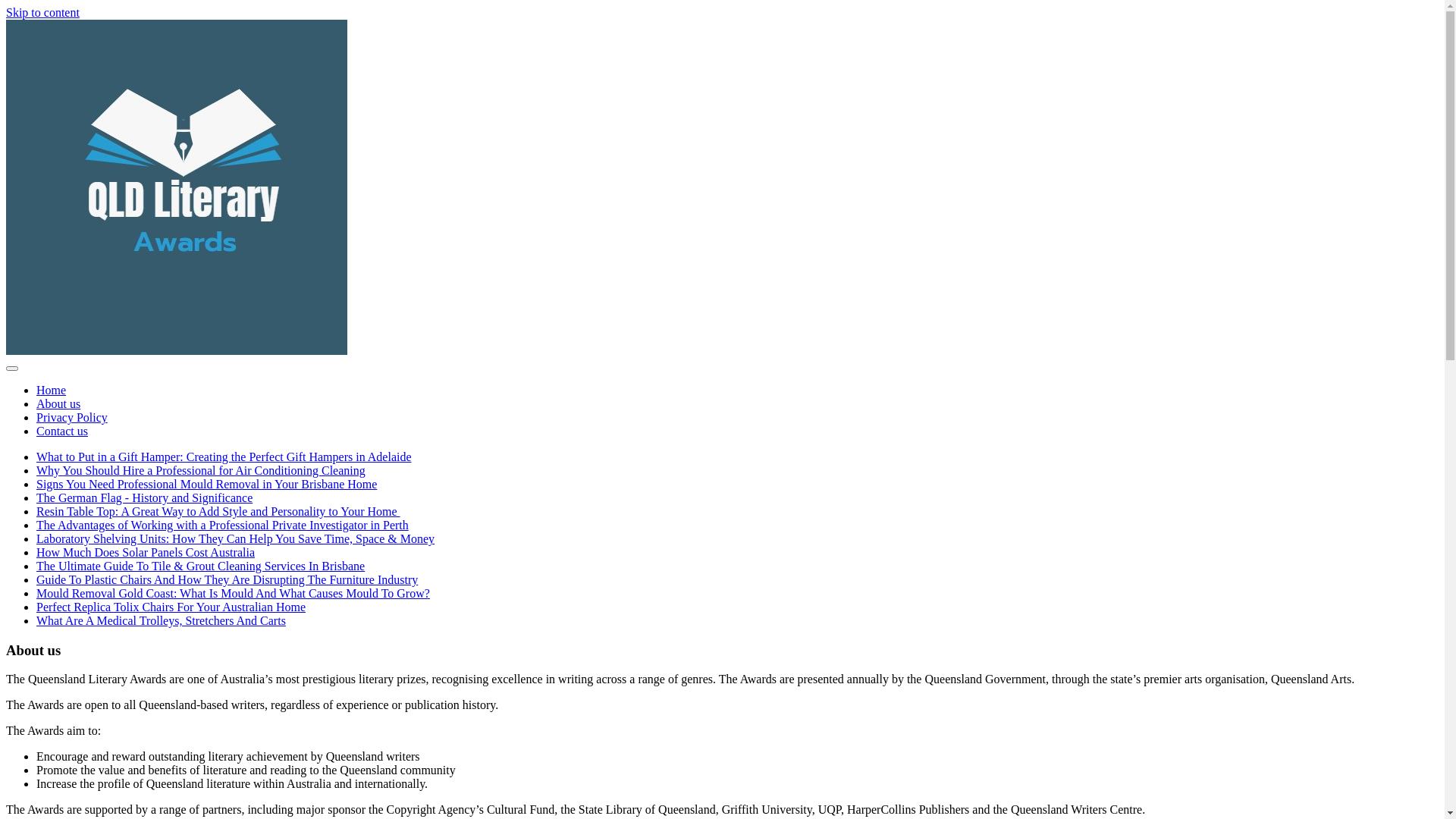 This screenshot has width=1456, height=819. Describe the element at coordinates (146, 552) in the screenshot. I see `'How Much Does Solar Panels Cost Australia'` at that location.